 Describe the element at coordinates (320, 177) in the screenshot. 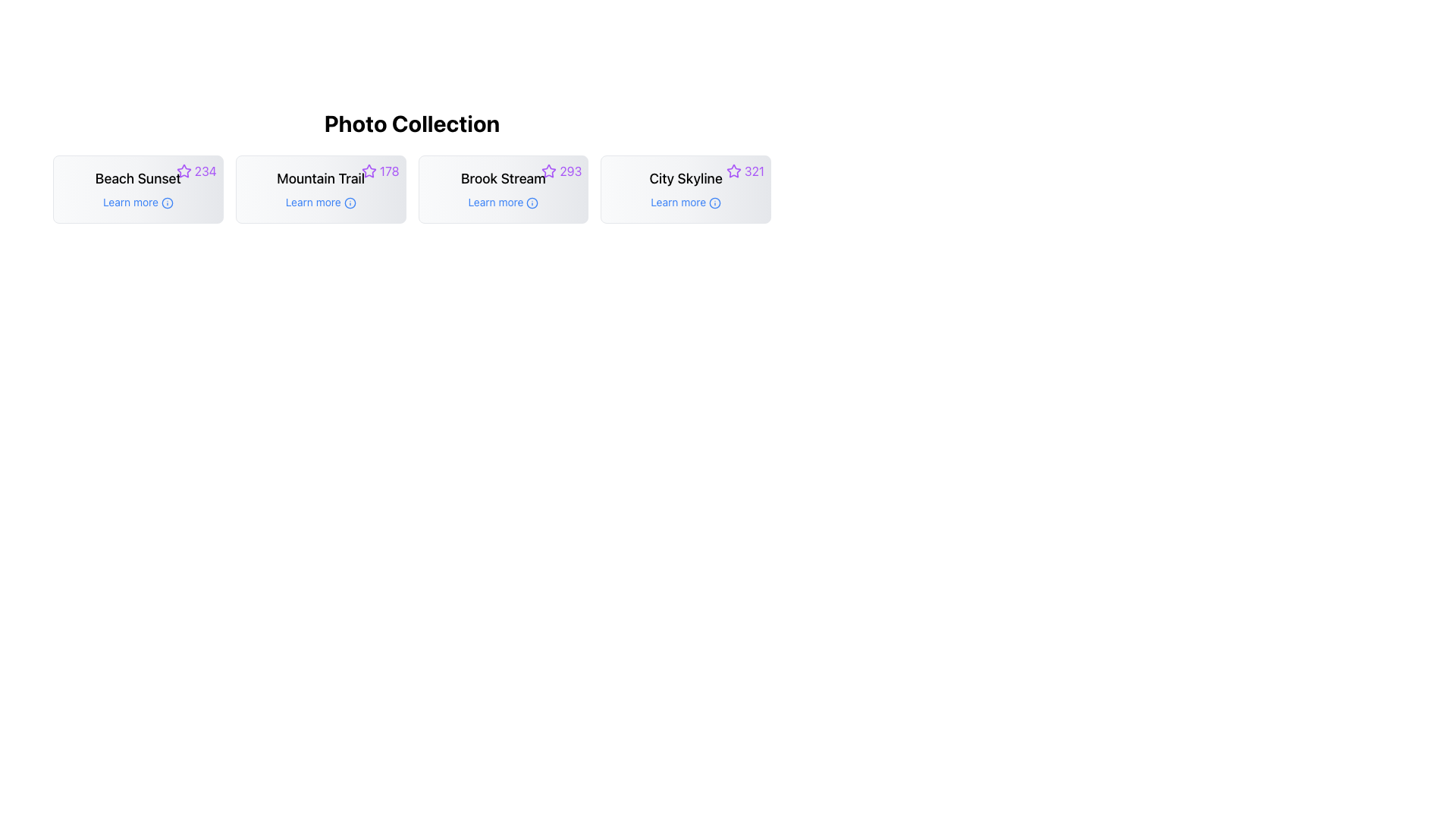

I see `text content of the heading 'Mountain Trail' located in the center card of the horizontal sequence under 'Photo Collection'` at that location.